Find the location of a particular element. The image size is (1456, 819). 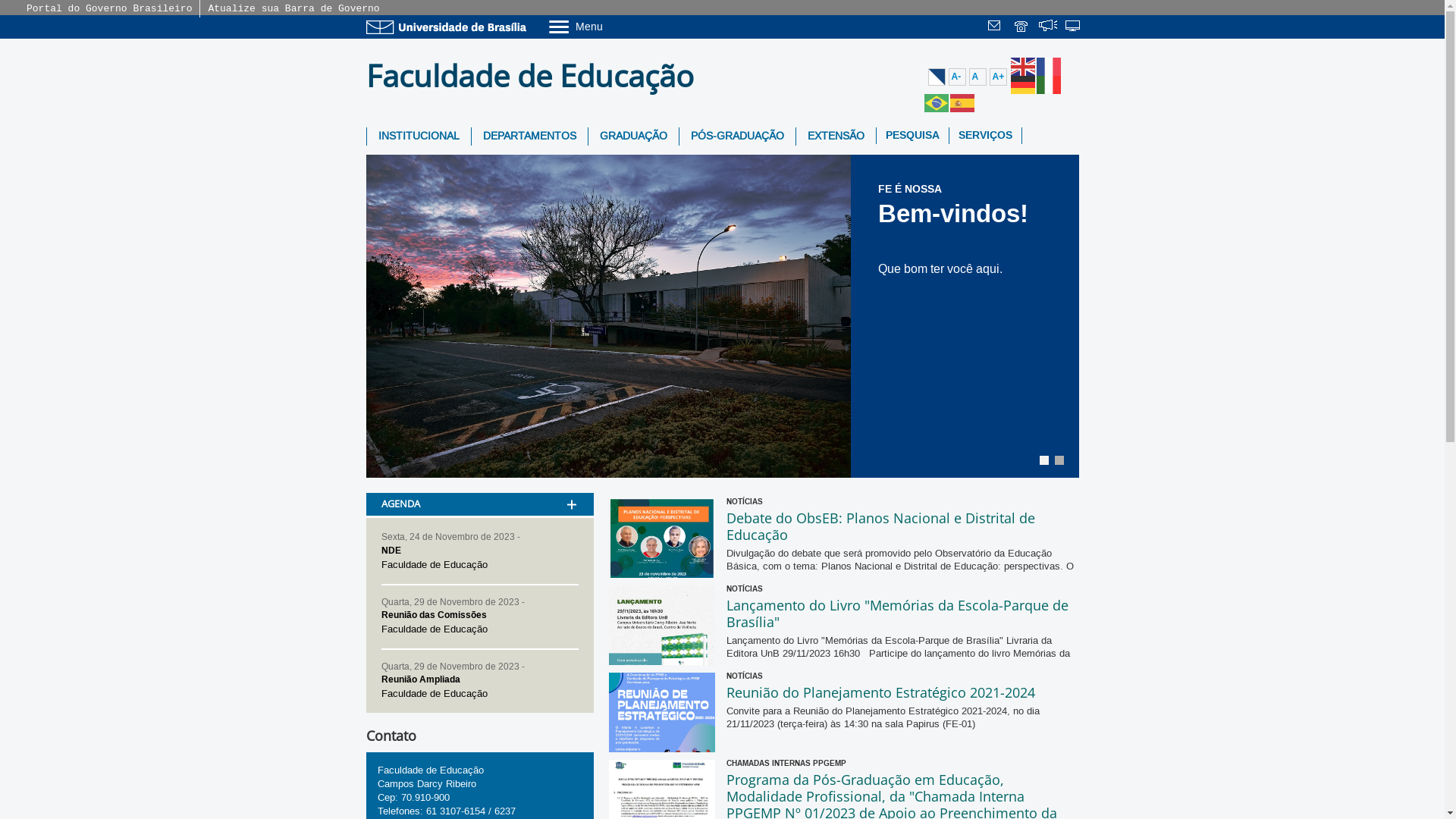

'Atualize sua Barra de Governo' is located at coordinates (293, 8).